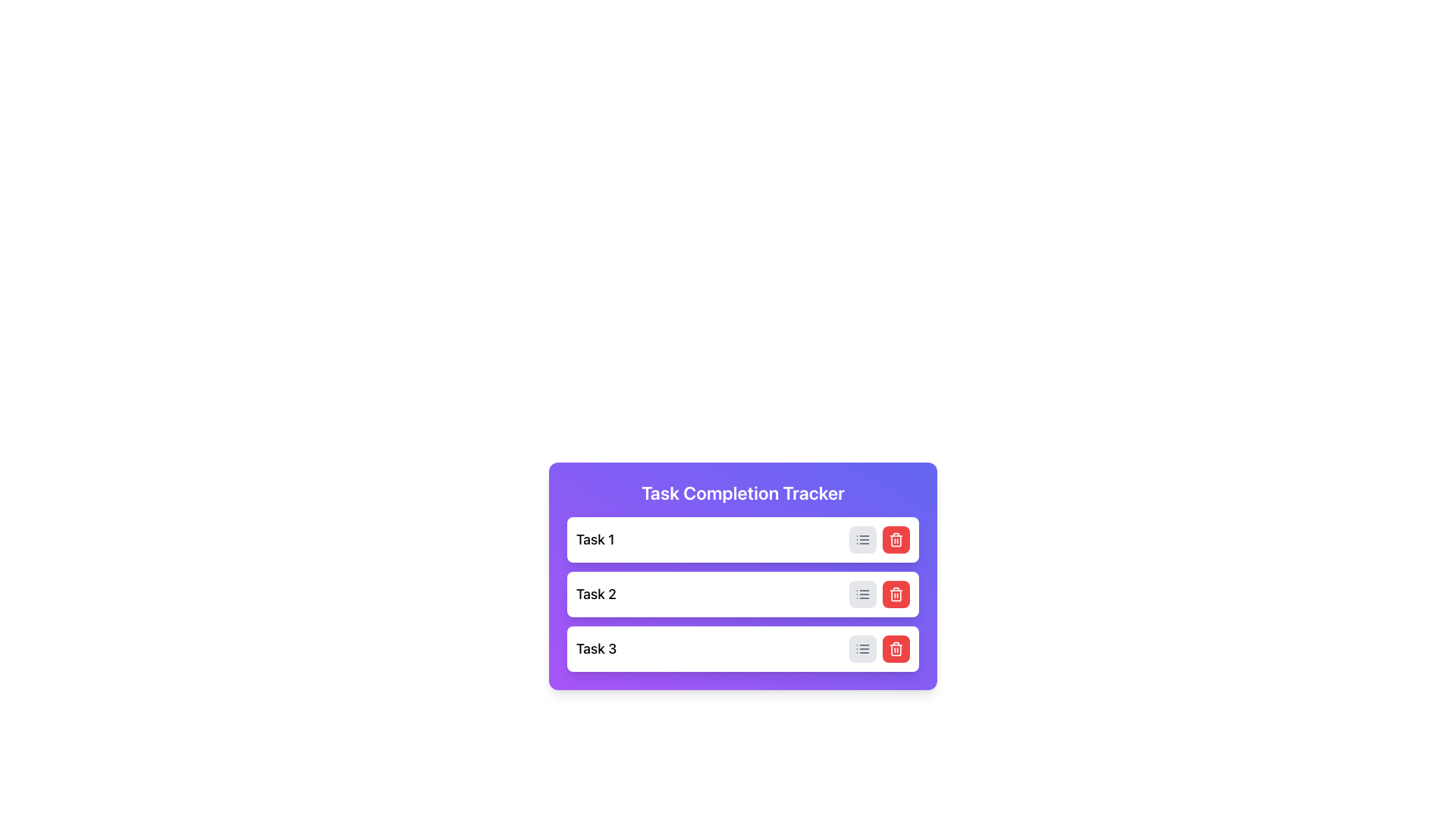 The width and height of the screenshot is (1456, 819). What do you see at coordinates (880, 539) in the screenshot?
I see `the control group containing two buttons styled with a gray background and an icon resembling a list, and a red background with a delete icon, located in the top right of the first task entry` at bounding box center [880, 539].